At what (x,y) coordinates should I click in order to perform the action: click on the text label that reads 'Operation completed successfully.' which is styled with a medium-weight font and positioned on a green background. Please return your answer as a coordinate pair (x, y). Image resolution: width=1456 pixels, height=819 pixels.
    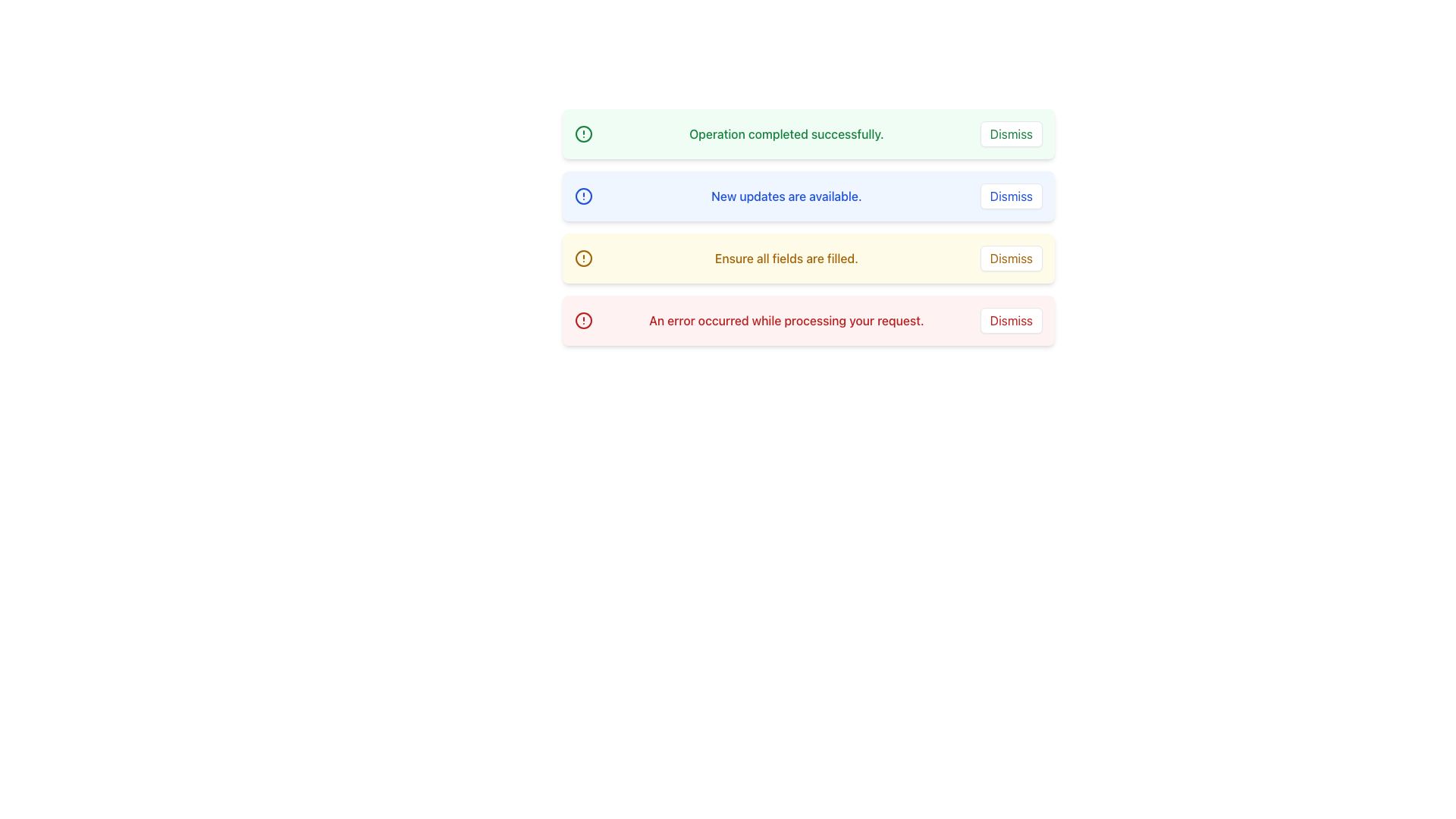
    Looking at the image, I should click on (786, 133).